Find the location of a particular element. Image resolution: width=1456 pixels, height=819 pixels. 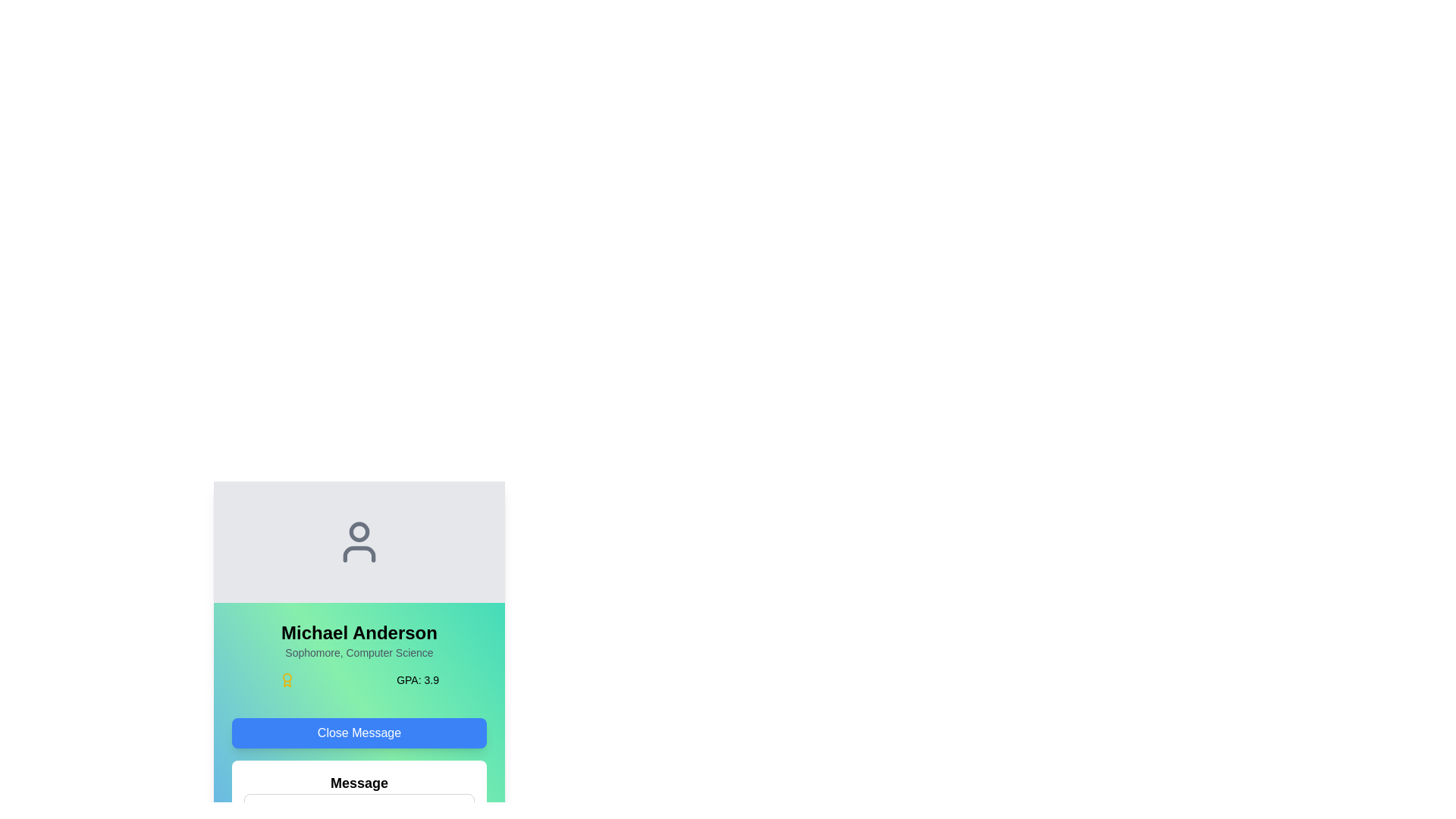

the lower section of the user avatar icon representing the curved line beneath the head of the avatar for the user 'Michael Anderson' is located at coordinates (359, 554).